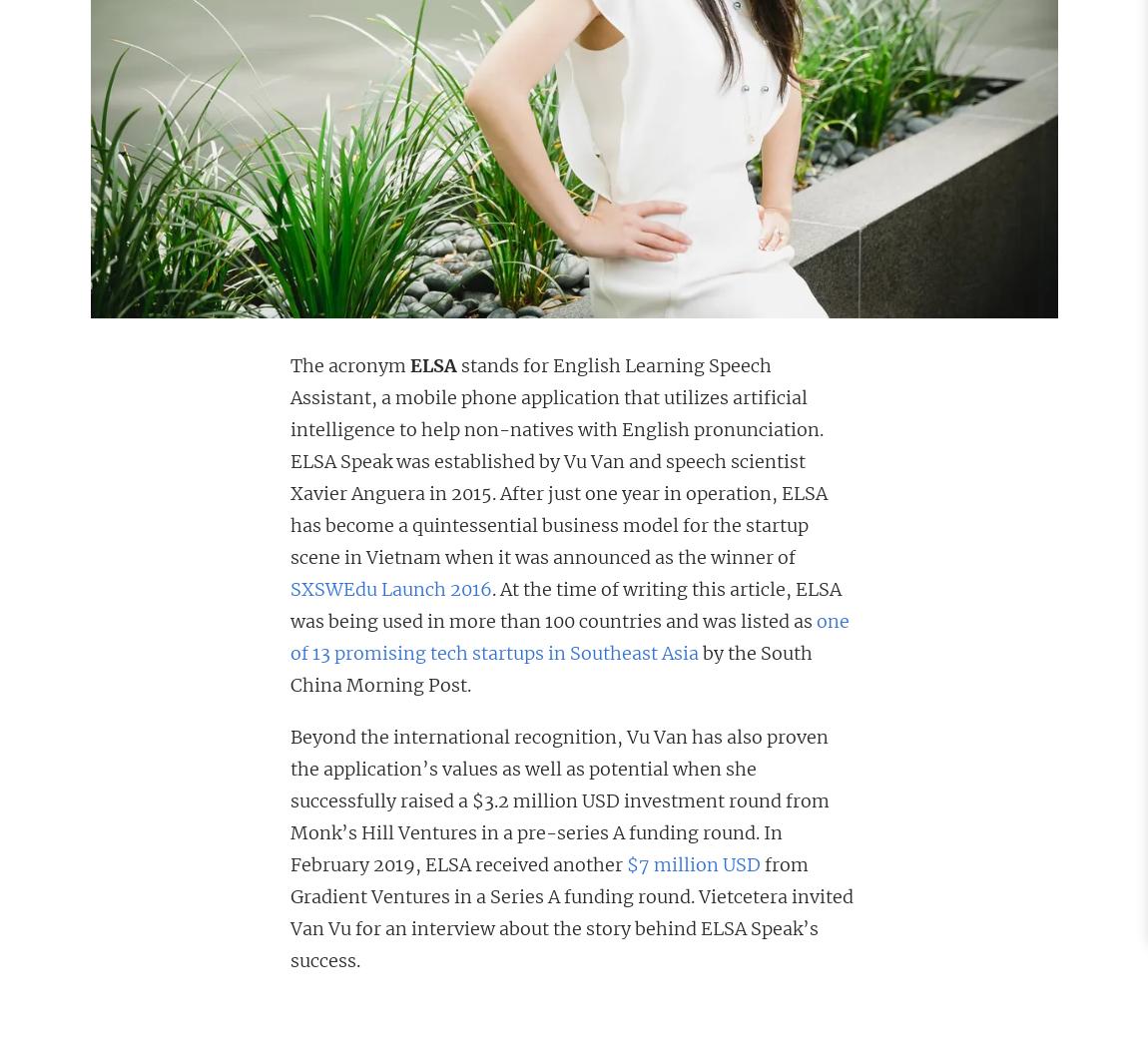  I want to click on '$7 million USD', so click(626, 864).